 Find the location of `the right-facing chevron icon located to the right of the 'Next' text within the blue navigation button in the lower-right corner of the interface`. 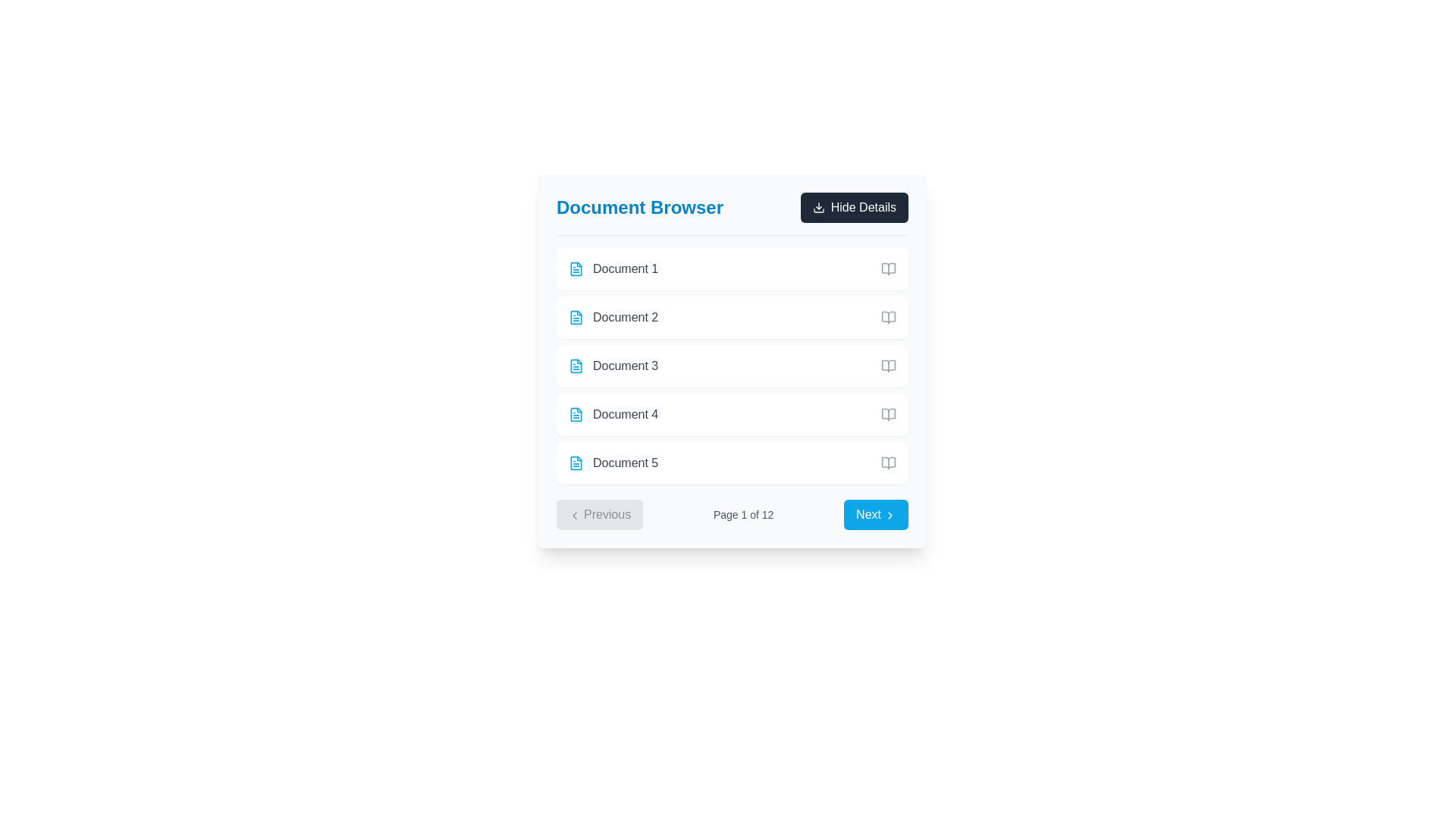

the right-facing chevron icon located to the right of the 'Next' text within the blue navigation button in the lower-right corner of the interface is located at coordinates (890, 513).